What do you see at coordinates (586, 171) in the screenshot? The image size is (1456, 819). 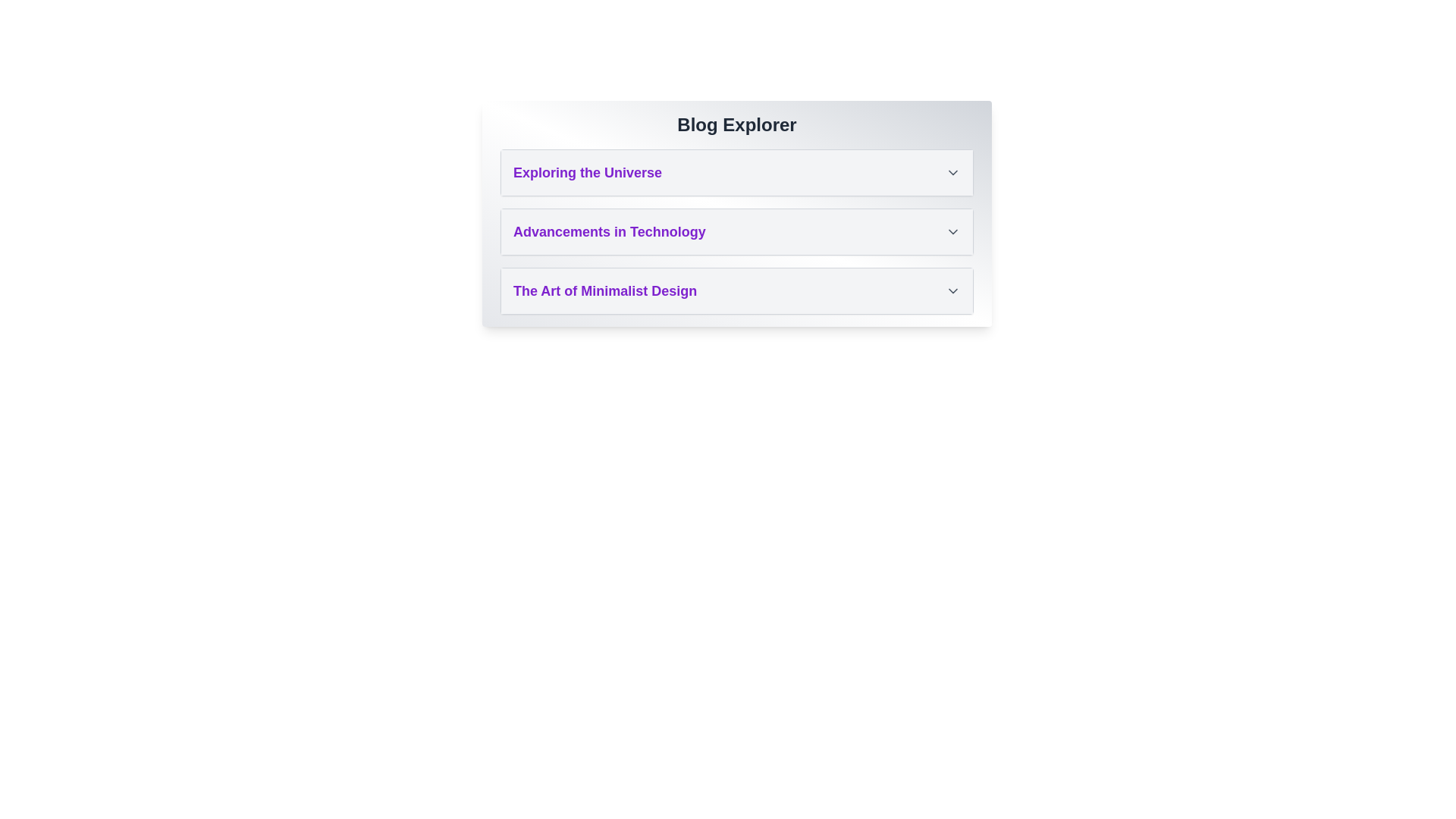 I see `the Static Text header of the expandable section in the Blog Explorer menu` at bounding box center [586, 171].